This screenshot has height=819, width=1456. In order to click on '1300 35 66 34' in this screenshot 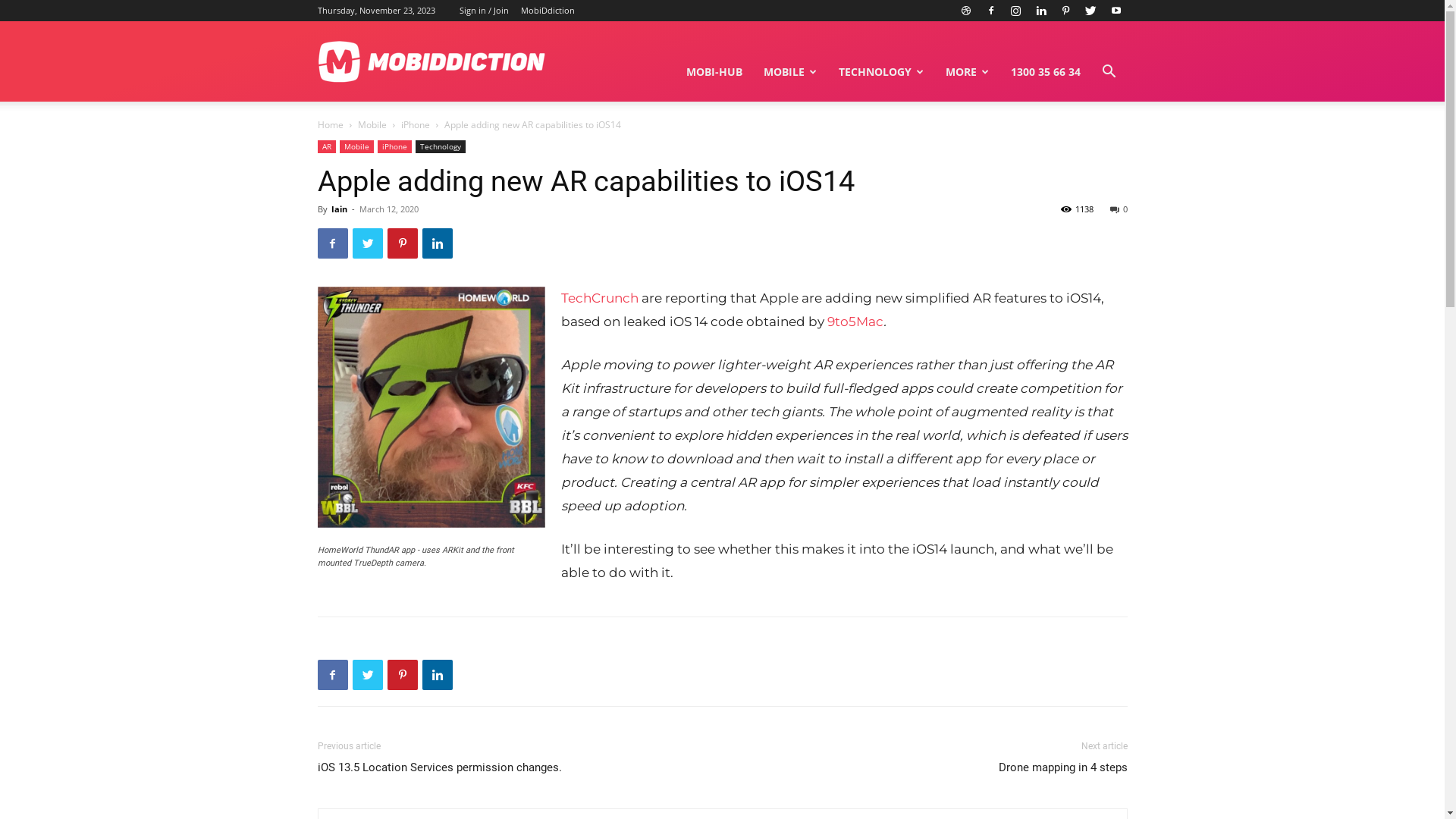, I will do `click(1043, 72)`.